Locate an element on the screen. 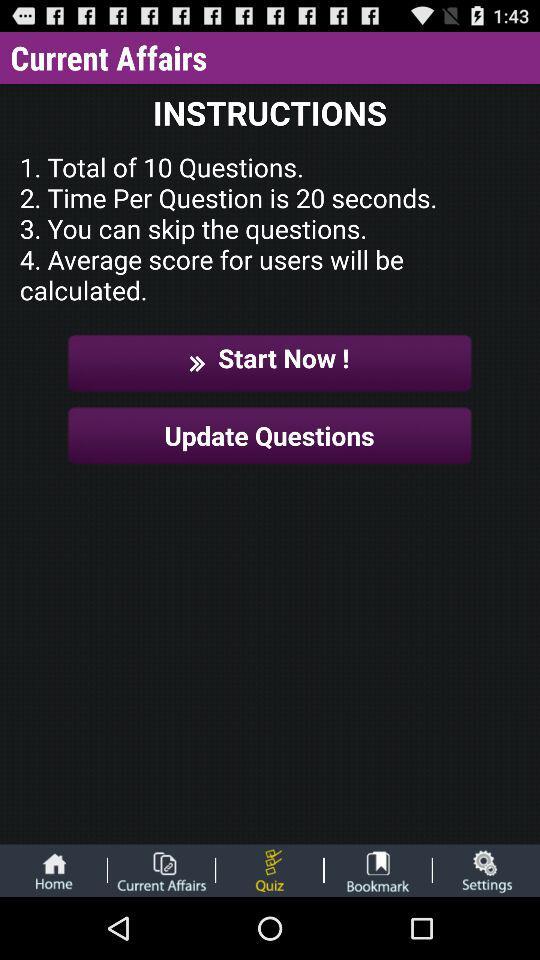 The width and height of the screenshot is (540, 960). the icon below the update questions is located at coordinates (53, 869).